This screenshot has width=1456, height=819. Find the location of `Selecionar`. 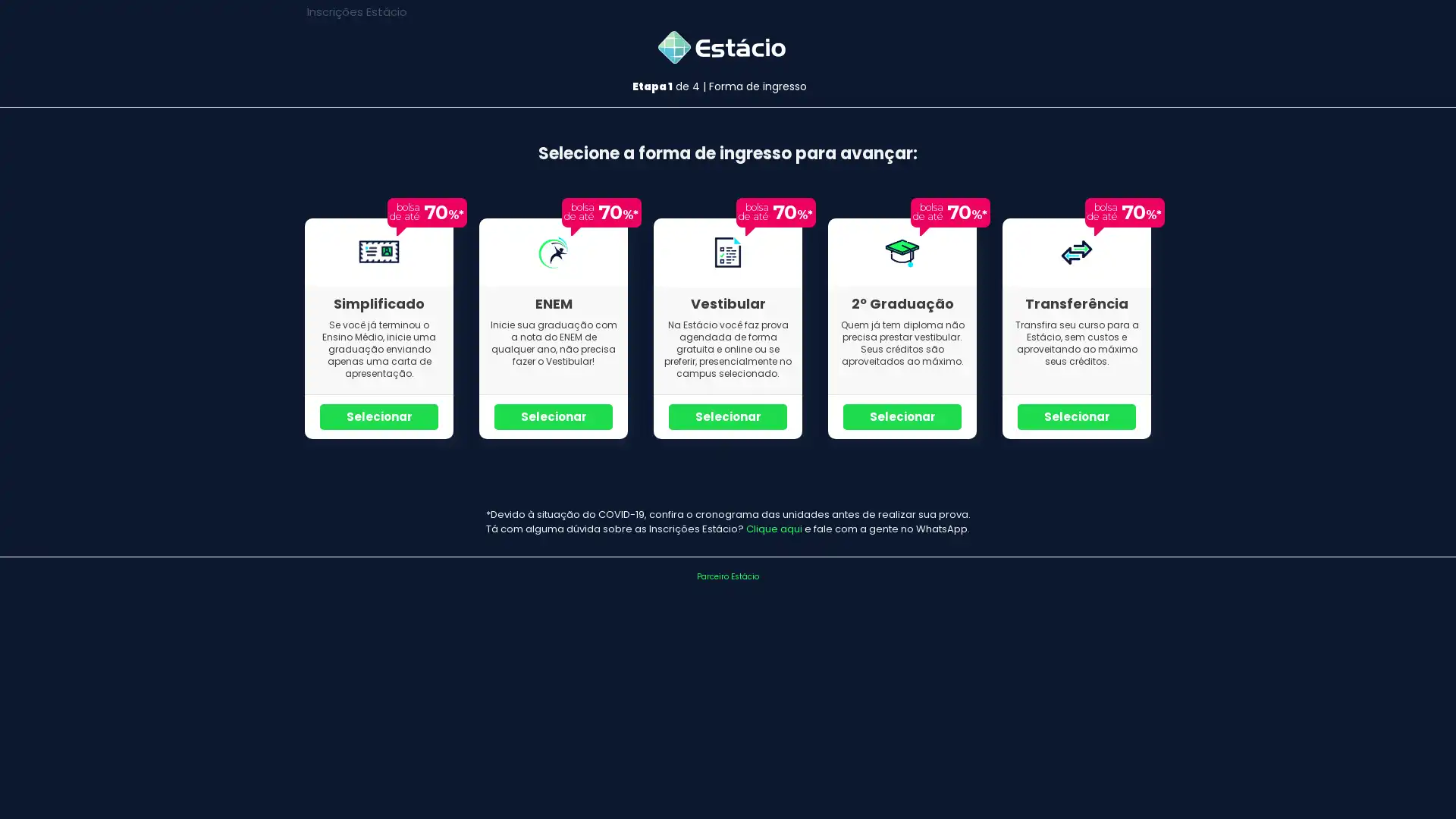

Selecionar is located at coordinates (1076, 416).